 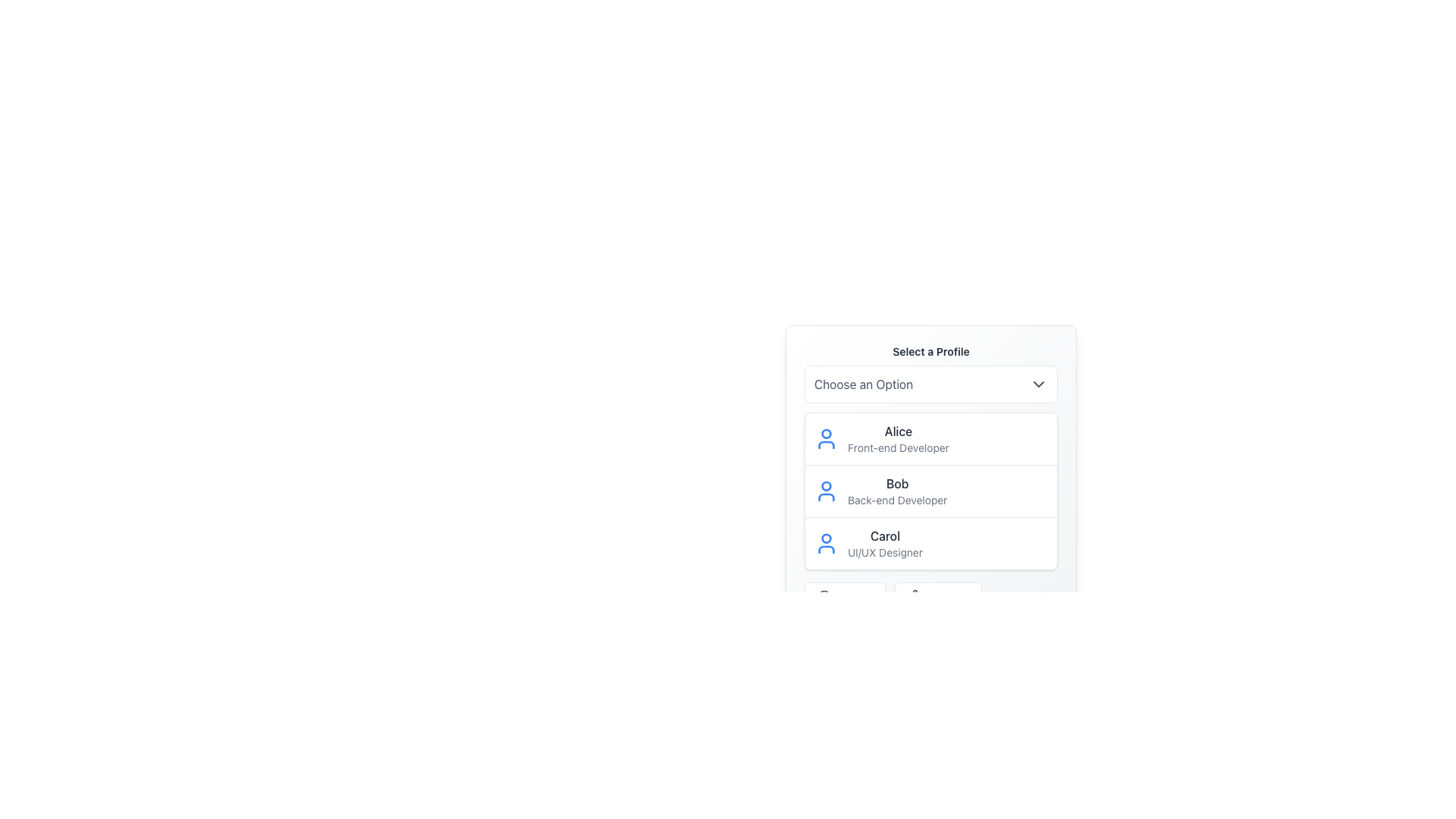 I want to click on the selectable option labeled 'Carol' with the subtitle 'UI/UX Designer', so click(x=868, y=543).